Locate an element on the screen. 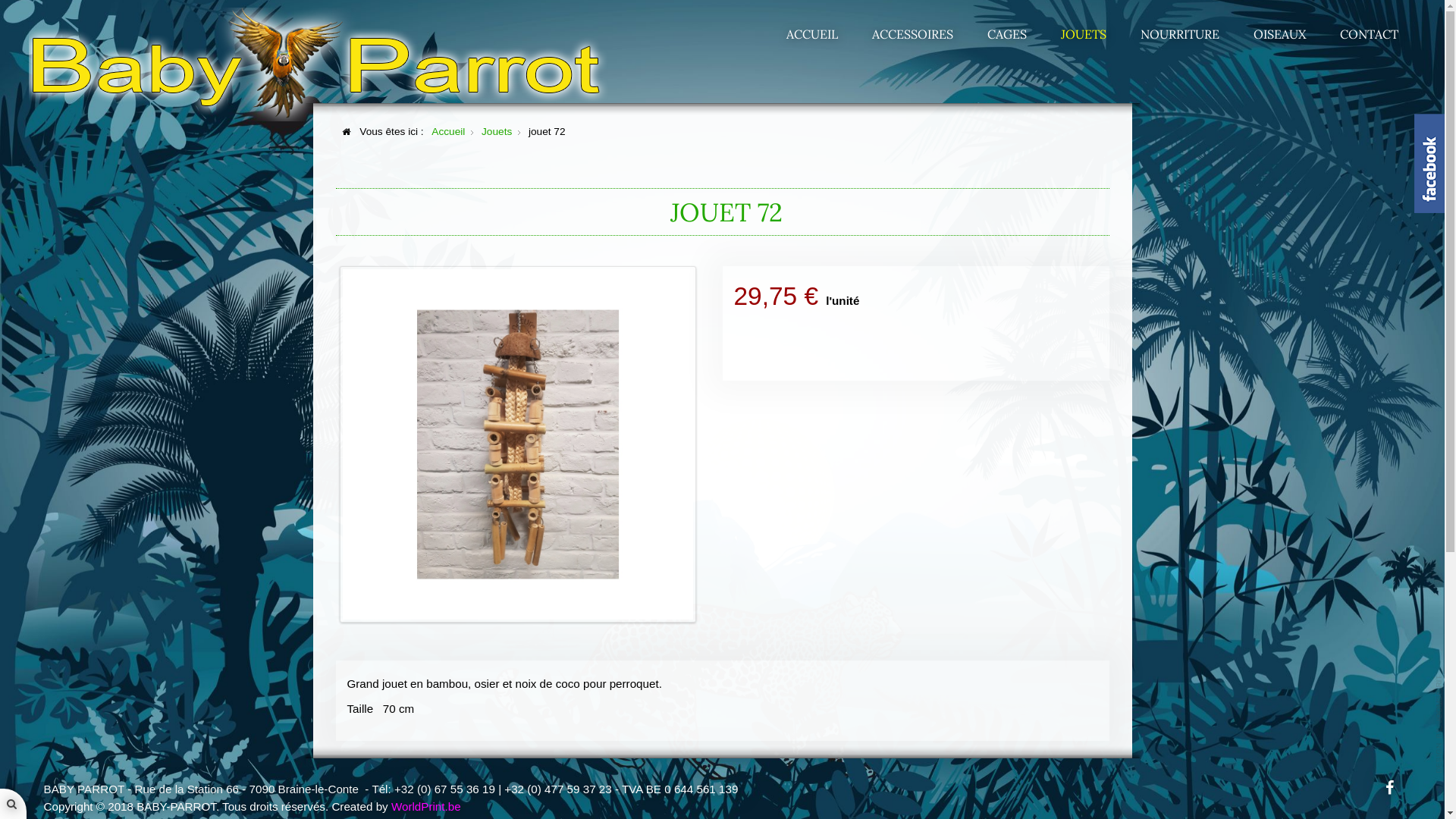  'OISEAUX' is located at coordinates (1279, 34).